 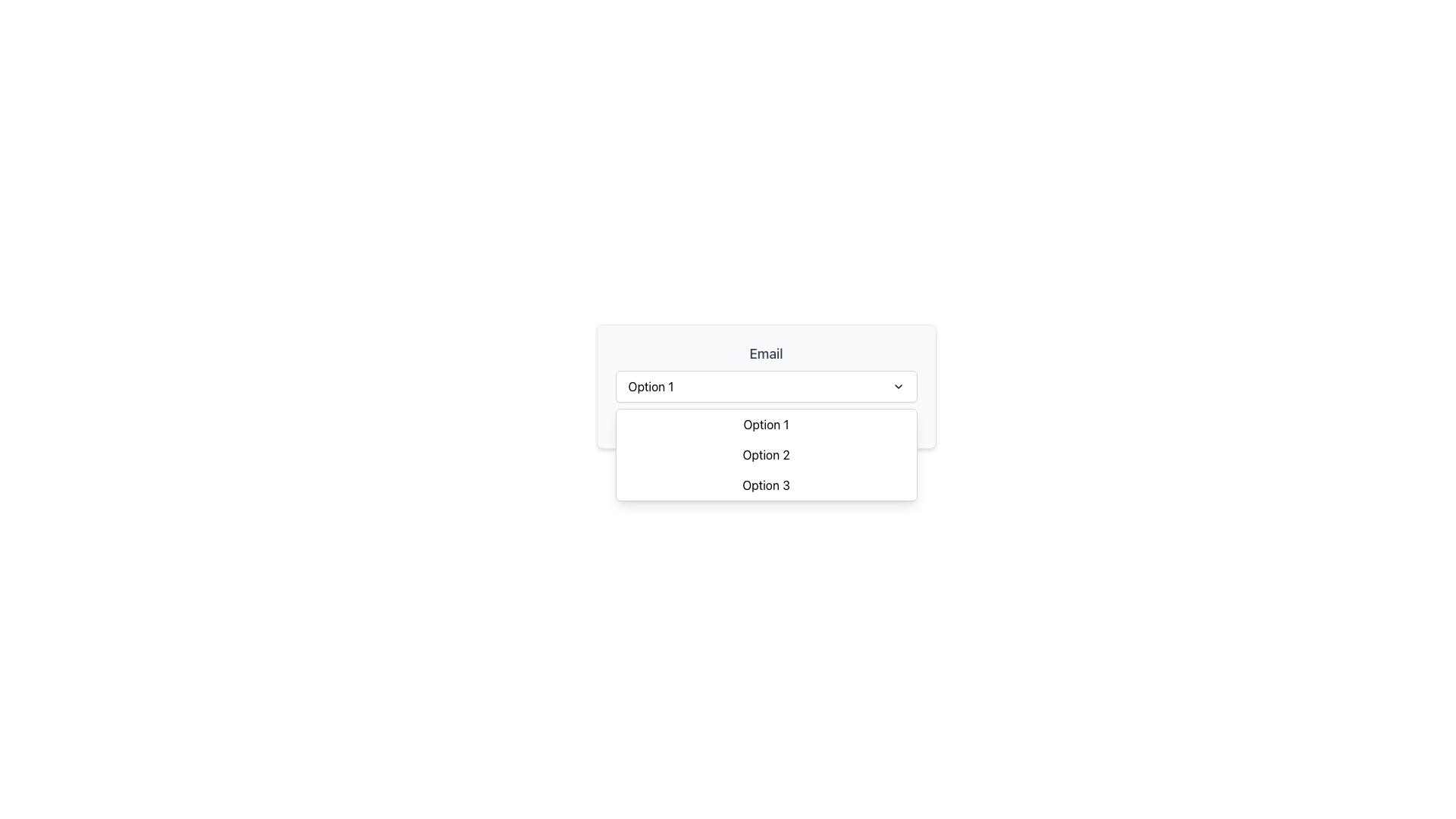 What do you see at coordinates (766, 454) in the screenshot?
I see `the second item in the dropdown menu labeled 'Option 2'` at bounding box center [766, 454].